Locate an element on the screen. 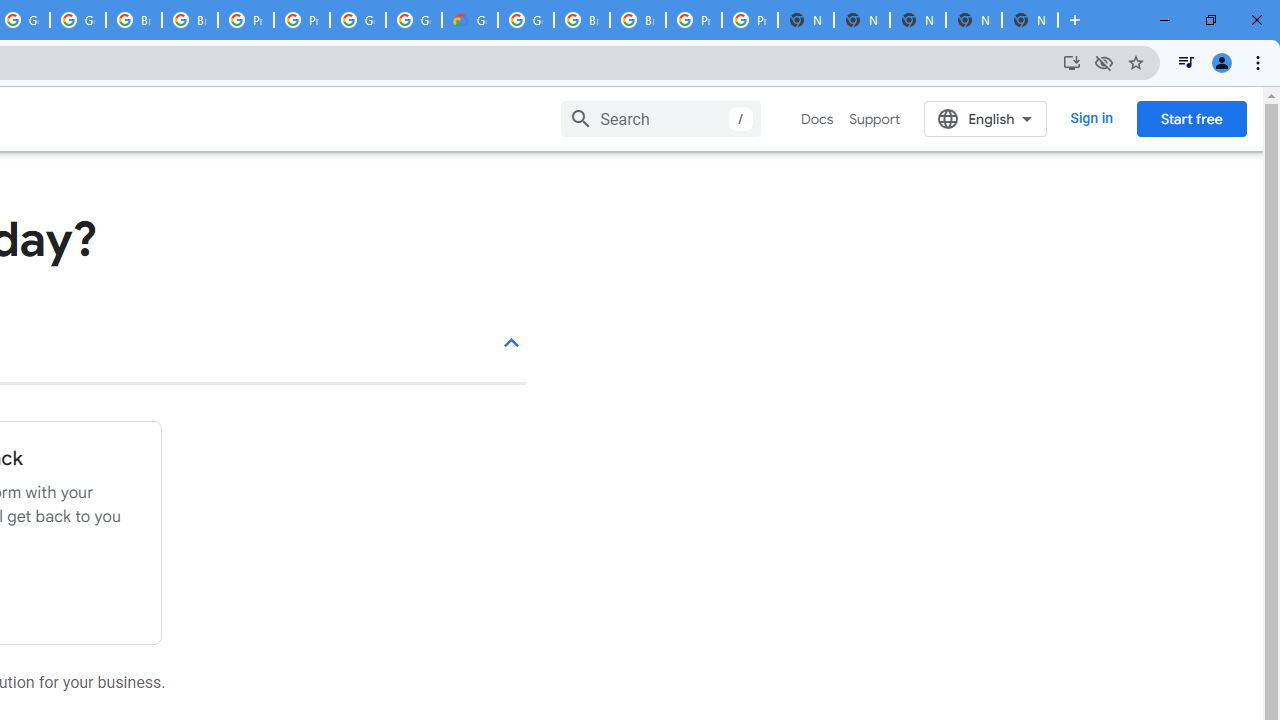 This screenshot has width=1280, height=720. 'Support' is located at coordinates (874, 119).